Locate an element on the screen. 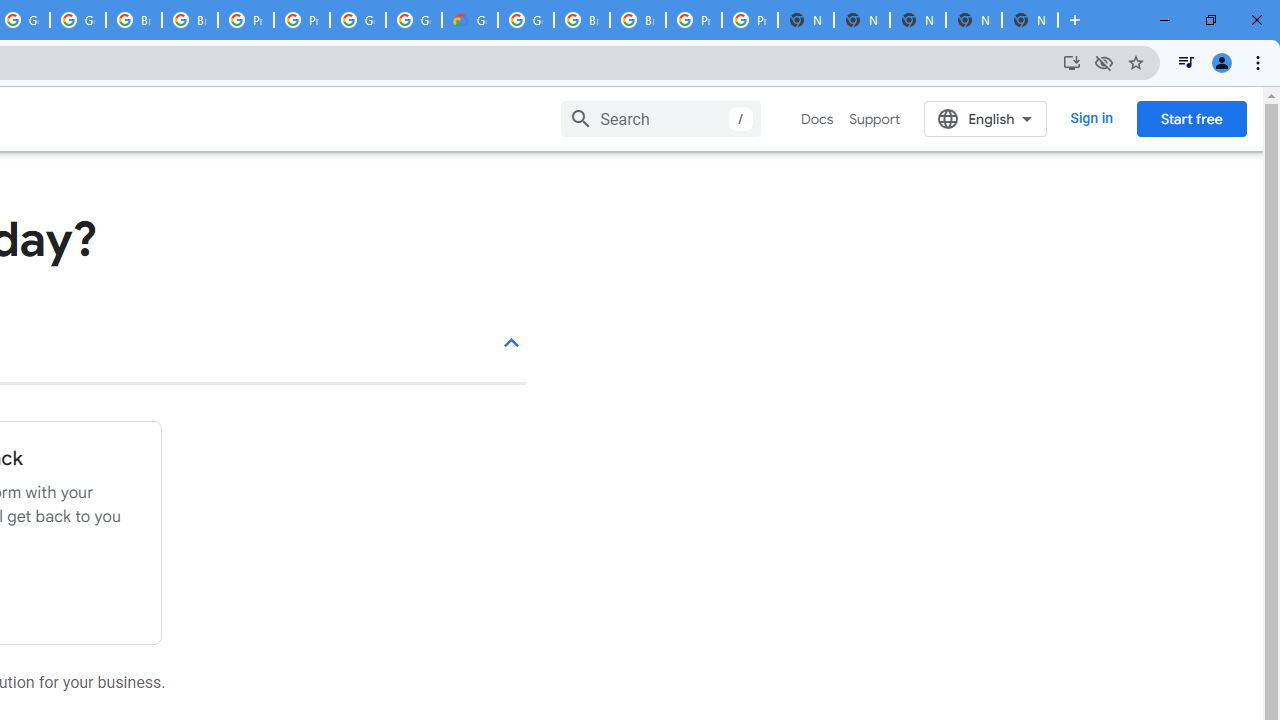 This screenshot has width=1280, height=720. 'Support' is located at coordinates (874, 119).